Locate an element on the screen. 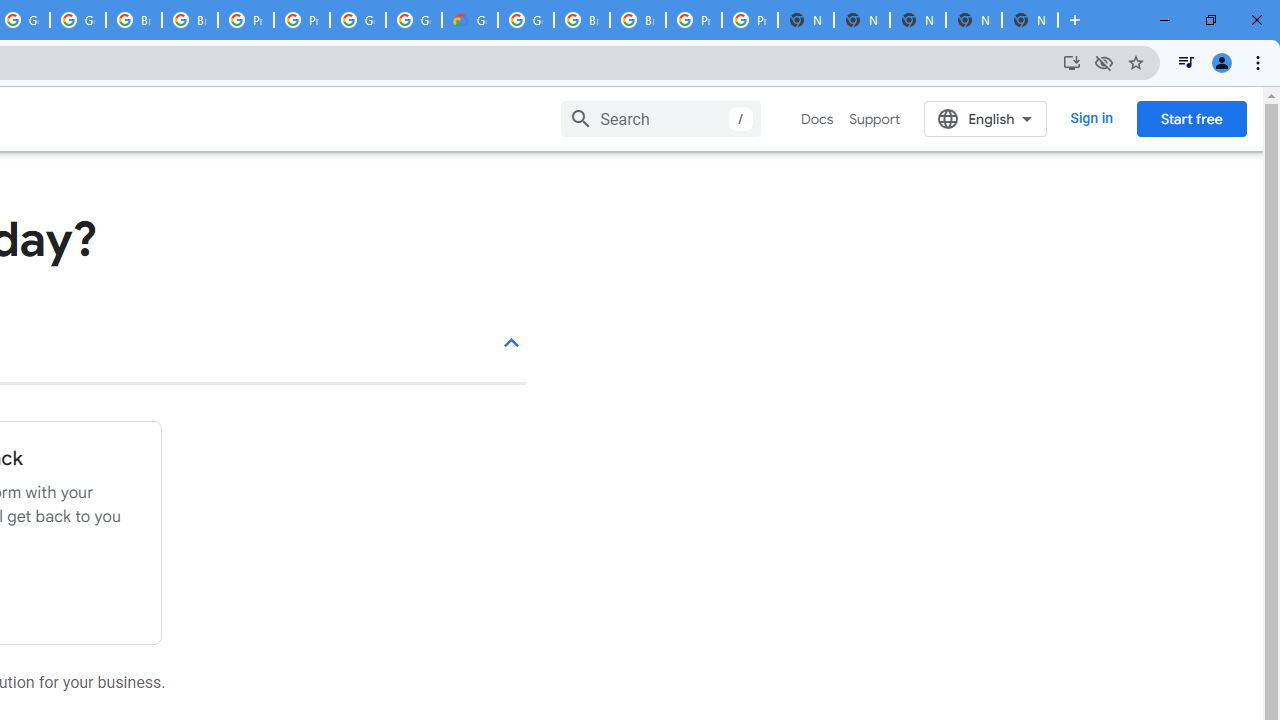 This screenshot has width=1280, height=720. 'Support' is located at coordinates (874, 119).